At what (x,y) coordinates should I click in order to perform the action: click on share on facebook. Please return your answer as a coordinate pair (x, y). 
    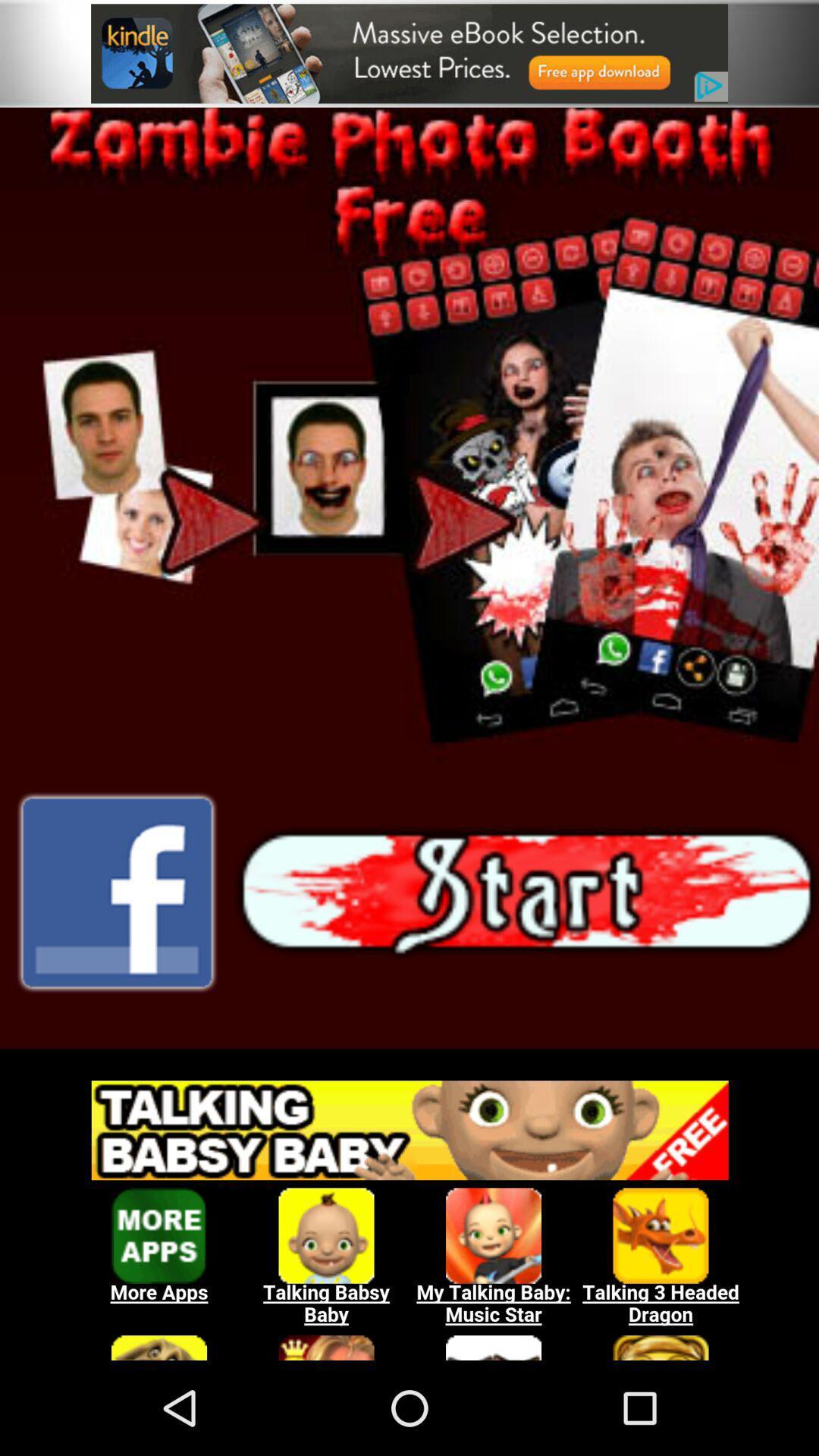
    Looking at the image, I should click on (116, 893).